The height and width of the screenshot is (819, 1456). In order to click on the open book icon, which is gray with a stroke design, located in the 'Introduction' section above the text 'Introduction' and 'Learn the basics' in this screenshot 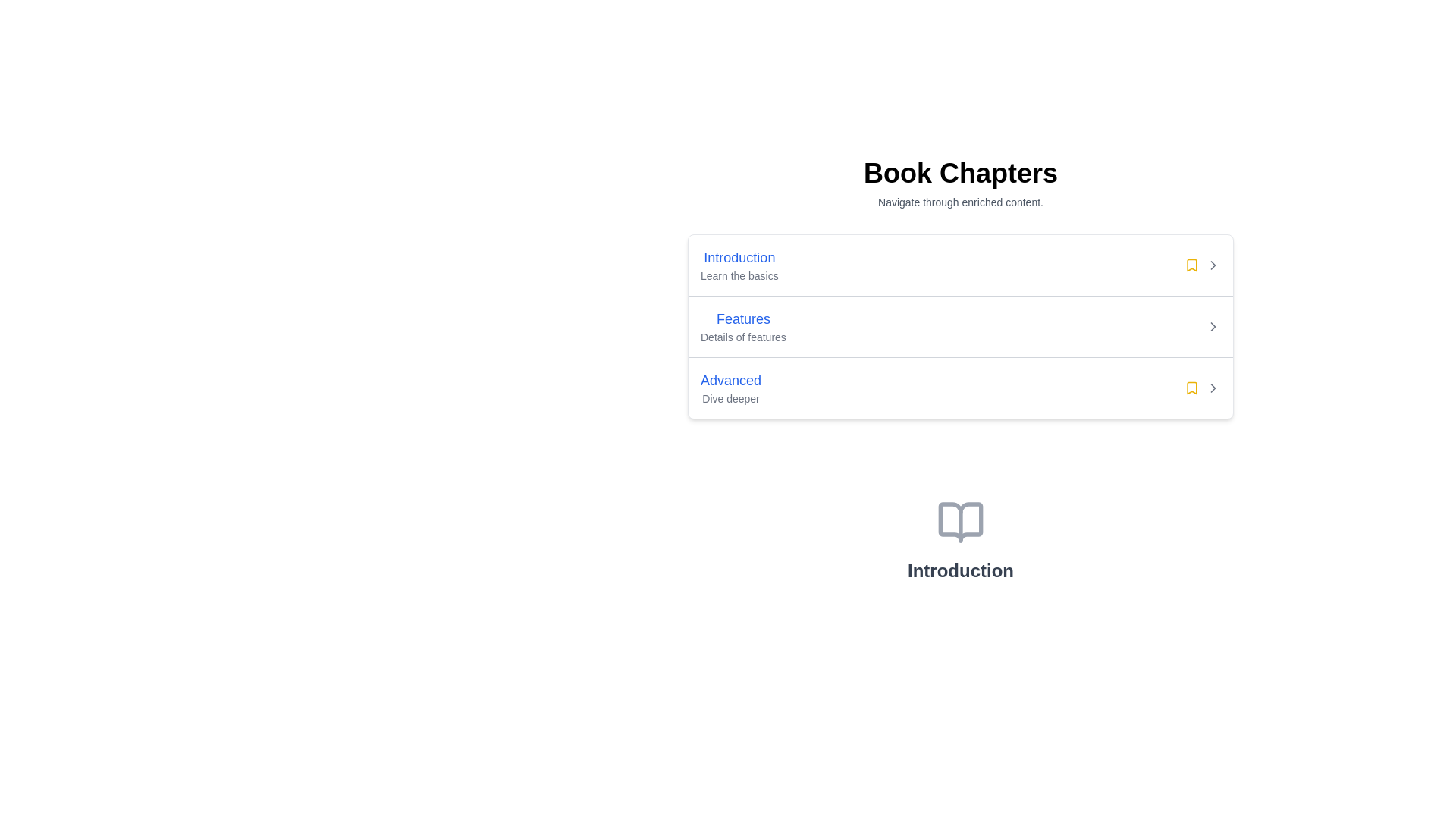, I will do `click(960, 522)`.